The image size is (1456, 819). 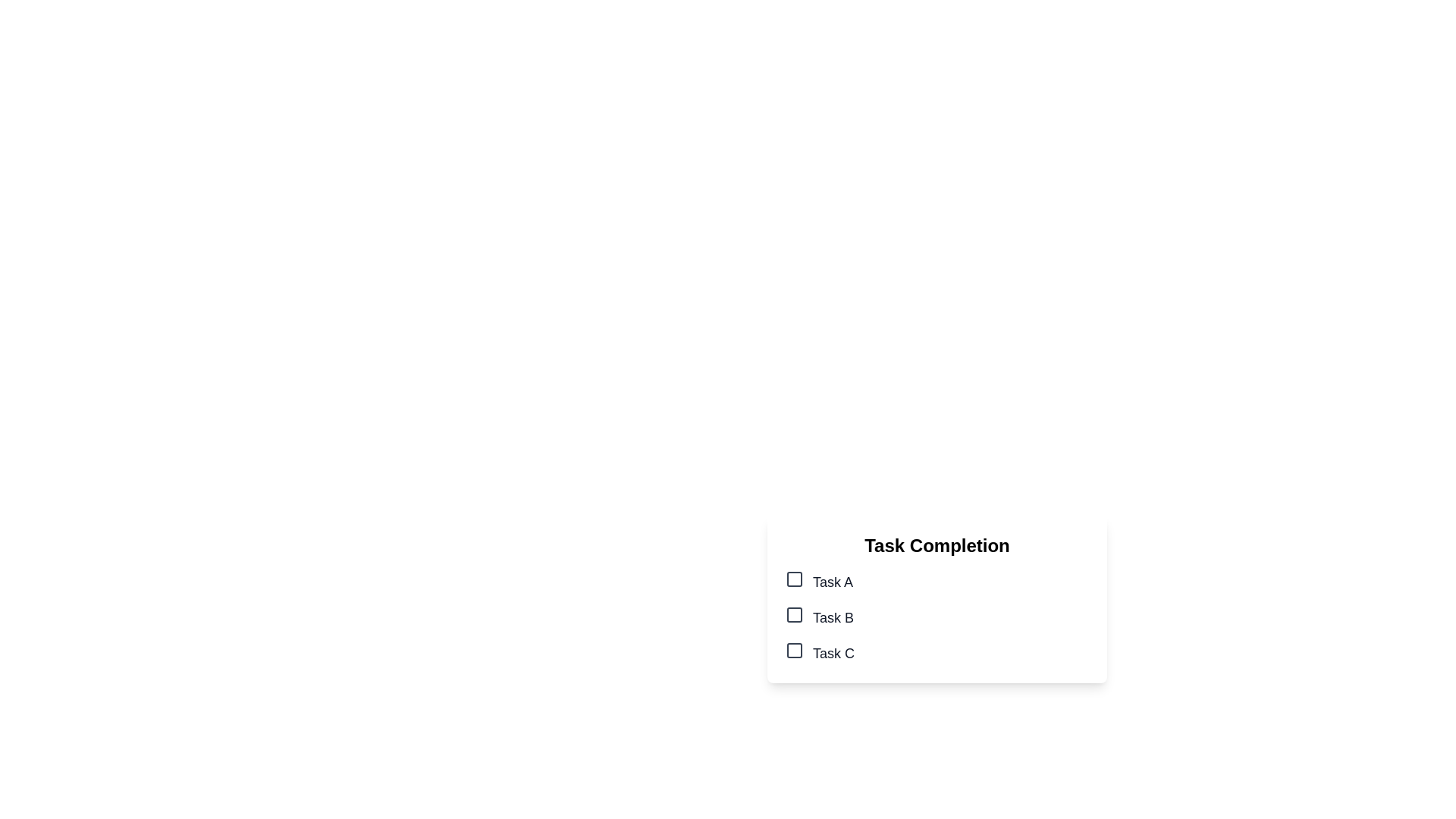 I want to click on the checkbox located to the left of the label 'Task B' under 'Task Completion', so click(x=793, y=617).